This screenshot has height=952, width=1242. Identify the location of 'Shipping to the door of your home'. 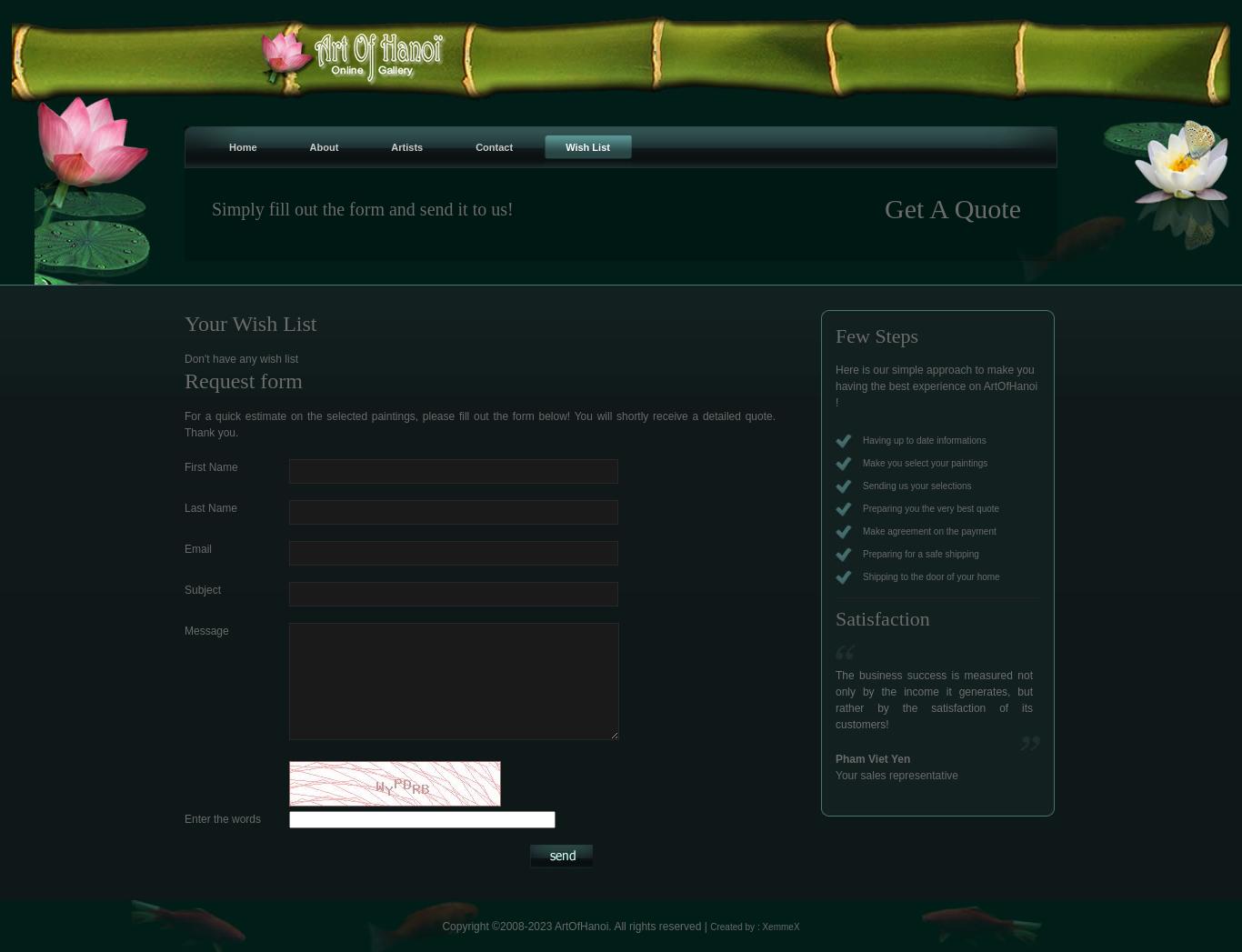
(862, 576).